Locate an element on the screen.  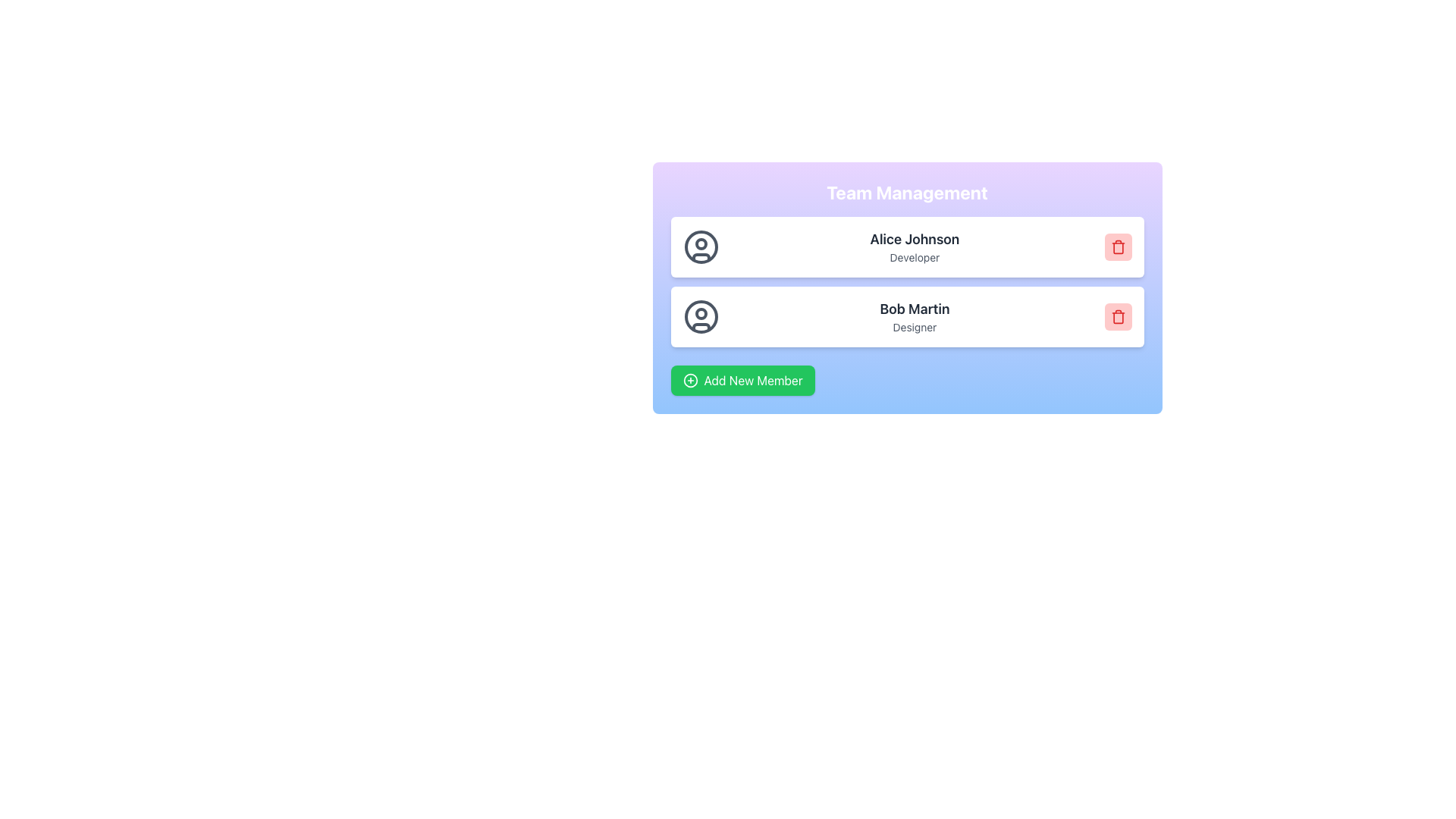
the circular plus icon located to the left of the 'Add New Member' text within the green button at the bottom of the section is located at coordinates (689, 379).